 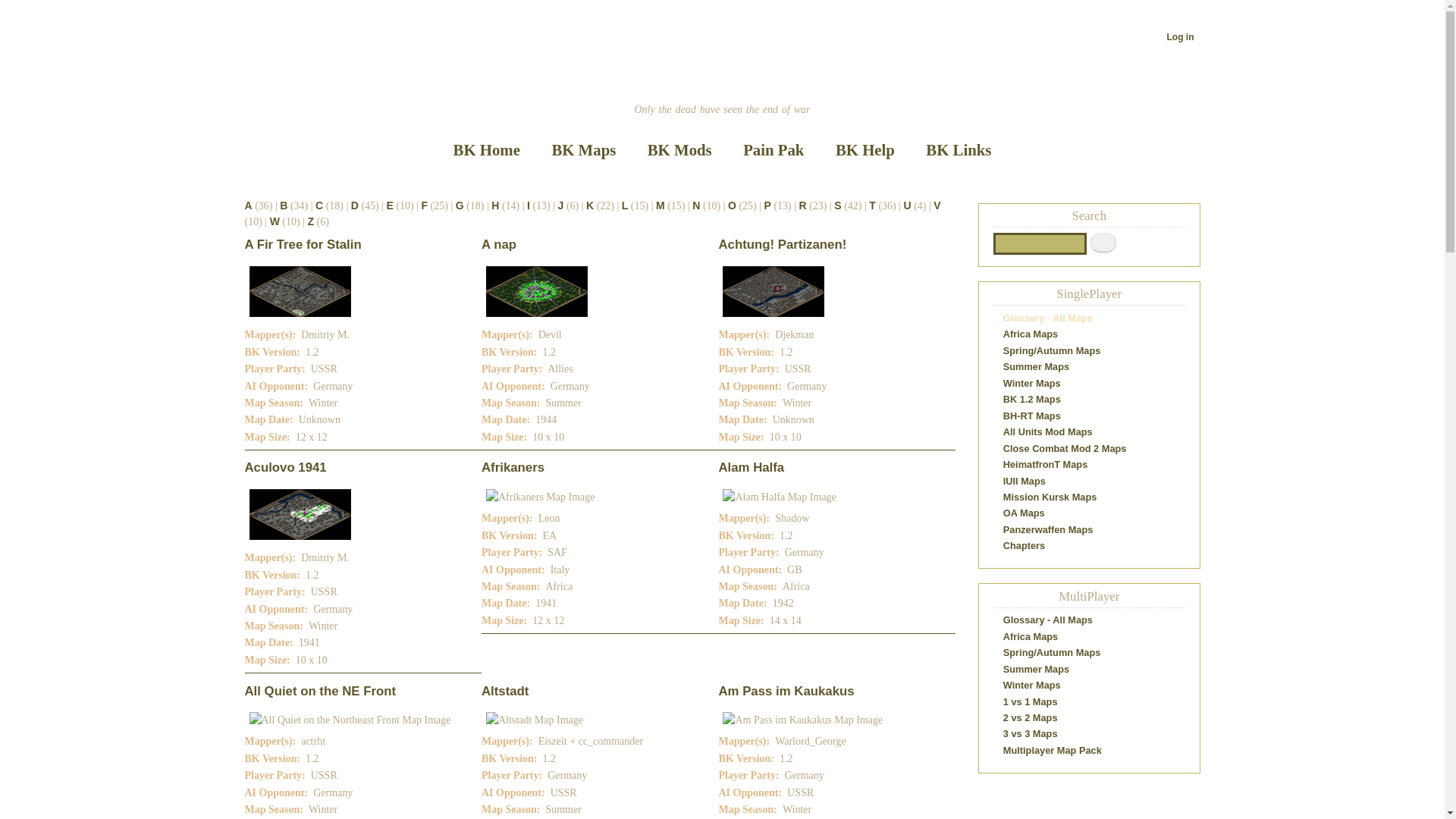 What do you see at coordinates (1050, 497) in the screenshot?
I see `'Mission Kursk Maps'` at bounding box center [1050, 497].